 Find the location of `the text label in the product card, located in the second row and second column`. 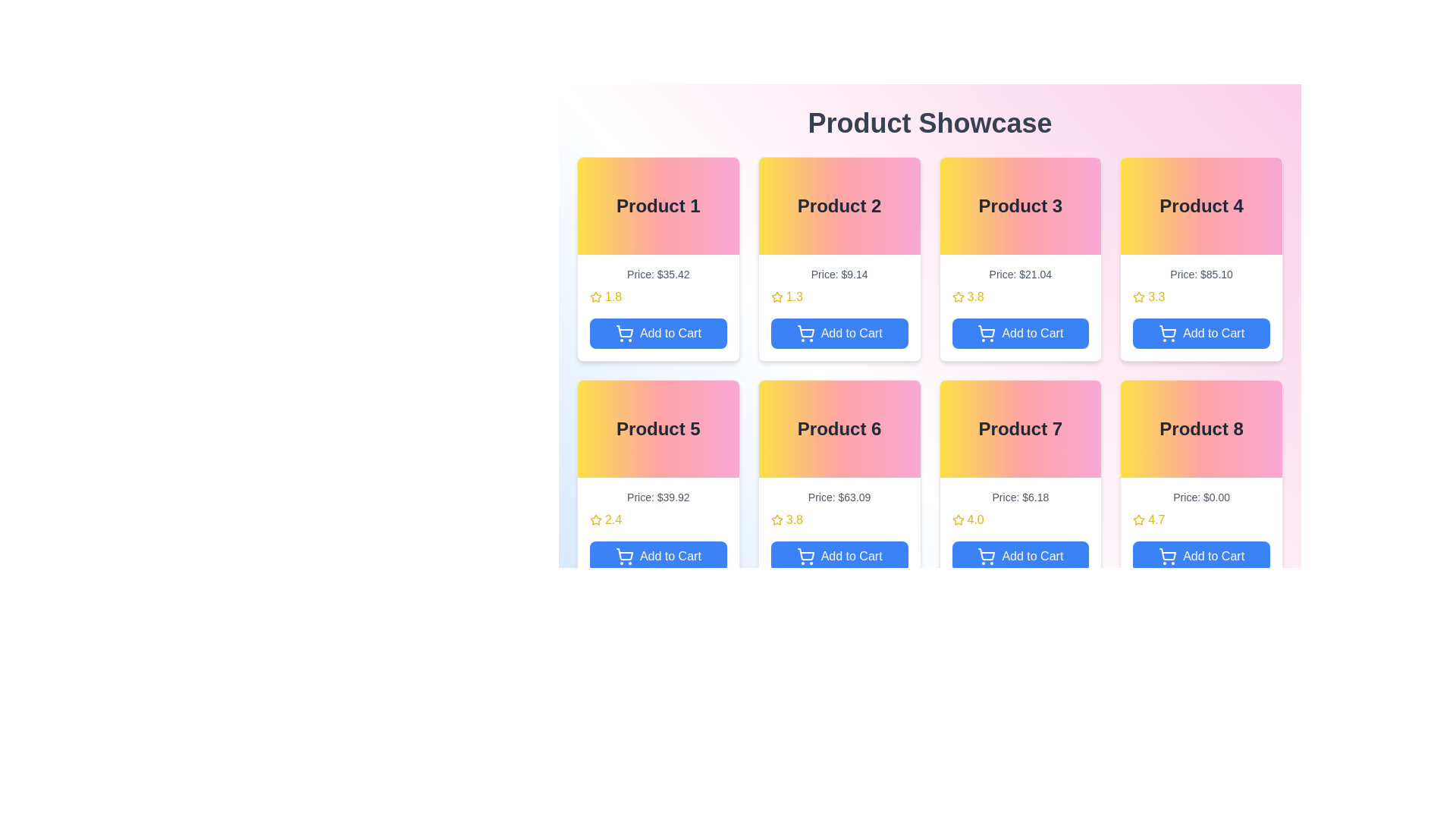

the text label in the product card, located in the second row and second column is located at coordinates (839, 429).